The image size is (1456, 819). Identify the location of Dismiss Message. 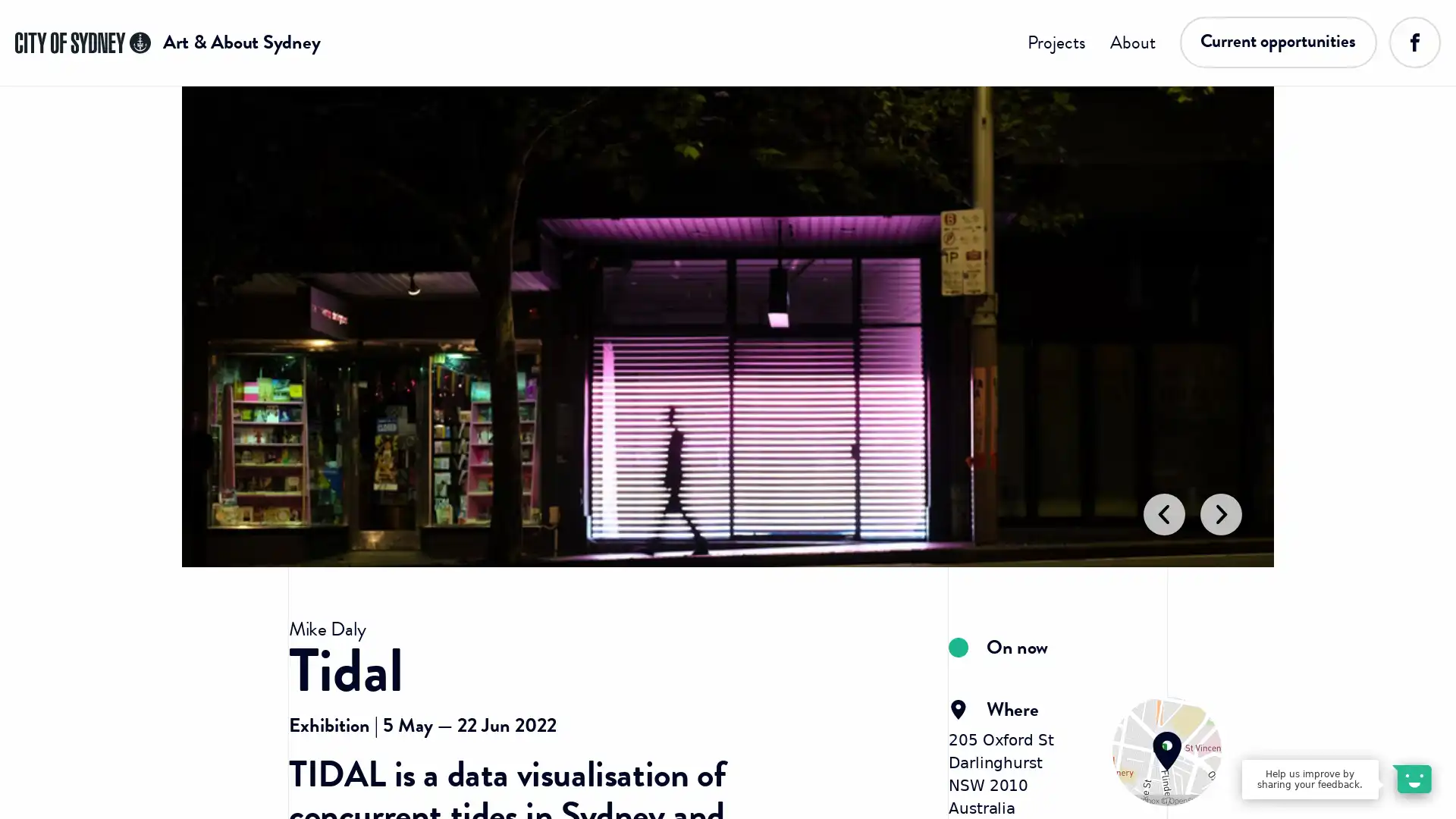
(1376, 761).